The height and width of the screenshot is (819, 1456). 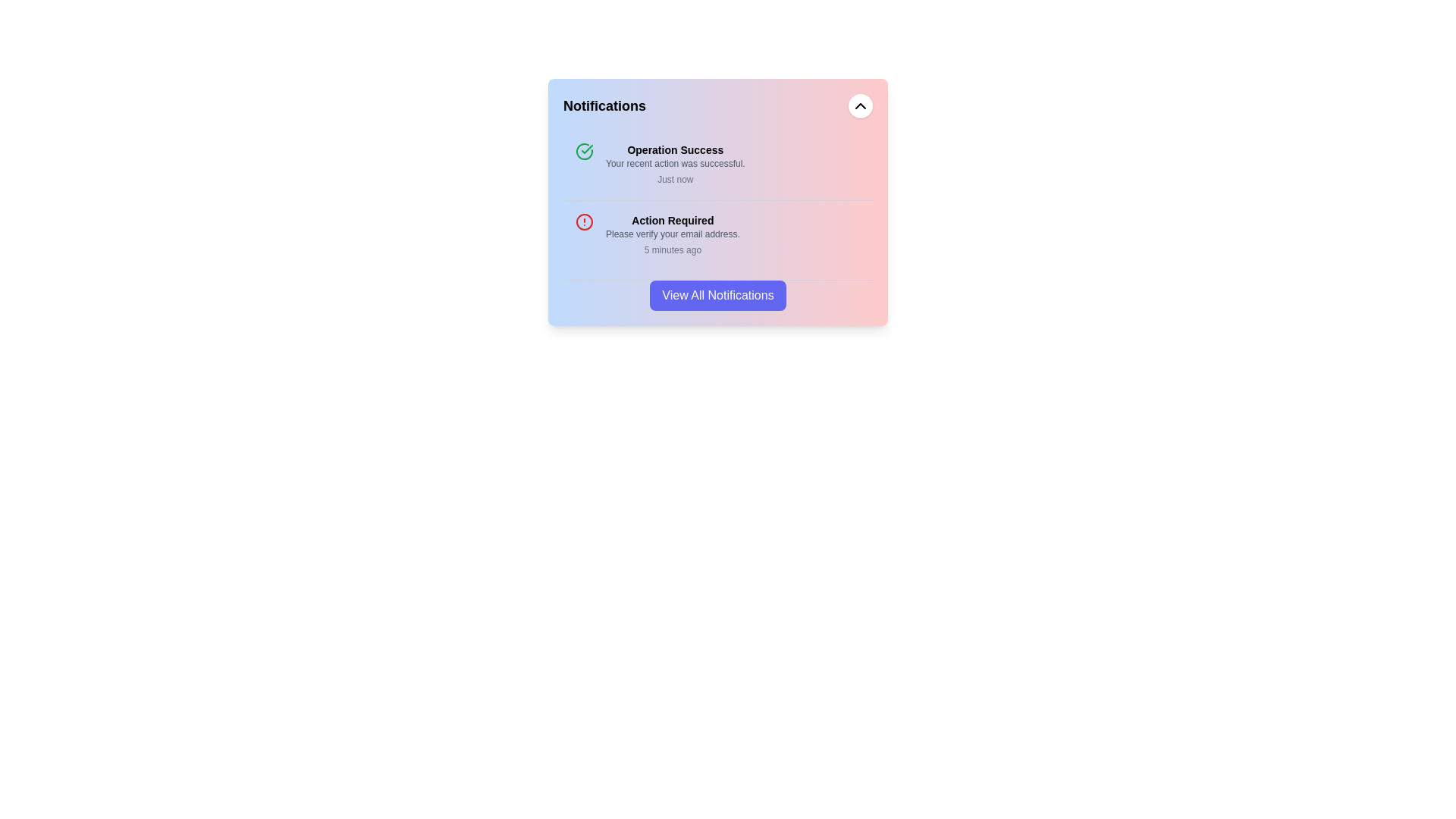 What do you see at coordinates (717, 220) in the screenshot?
I see `a notification within the Notification List section of the notification panel` at bounding box center [717, 220].